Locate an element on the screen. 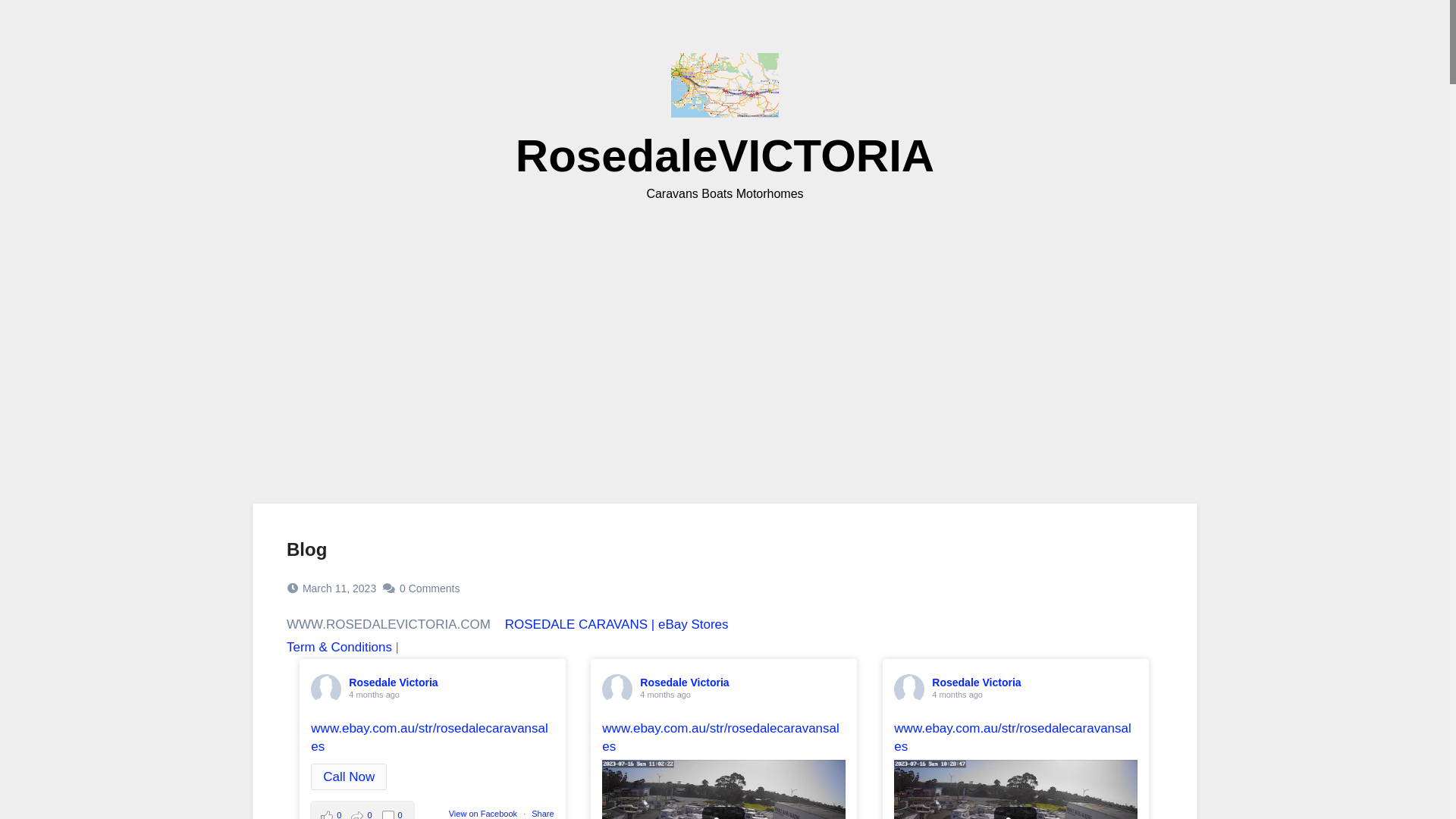 The image size is (1456, 819). '0 Comments' is located at coordinates (428, 587).